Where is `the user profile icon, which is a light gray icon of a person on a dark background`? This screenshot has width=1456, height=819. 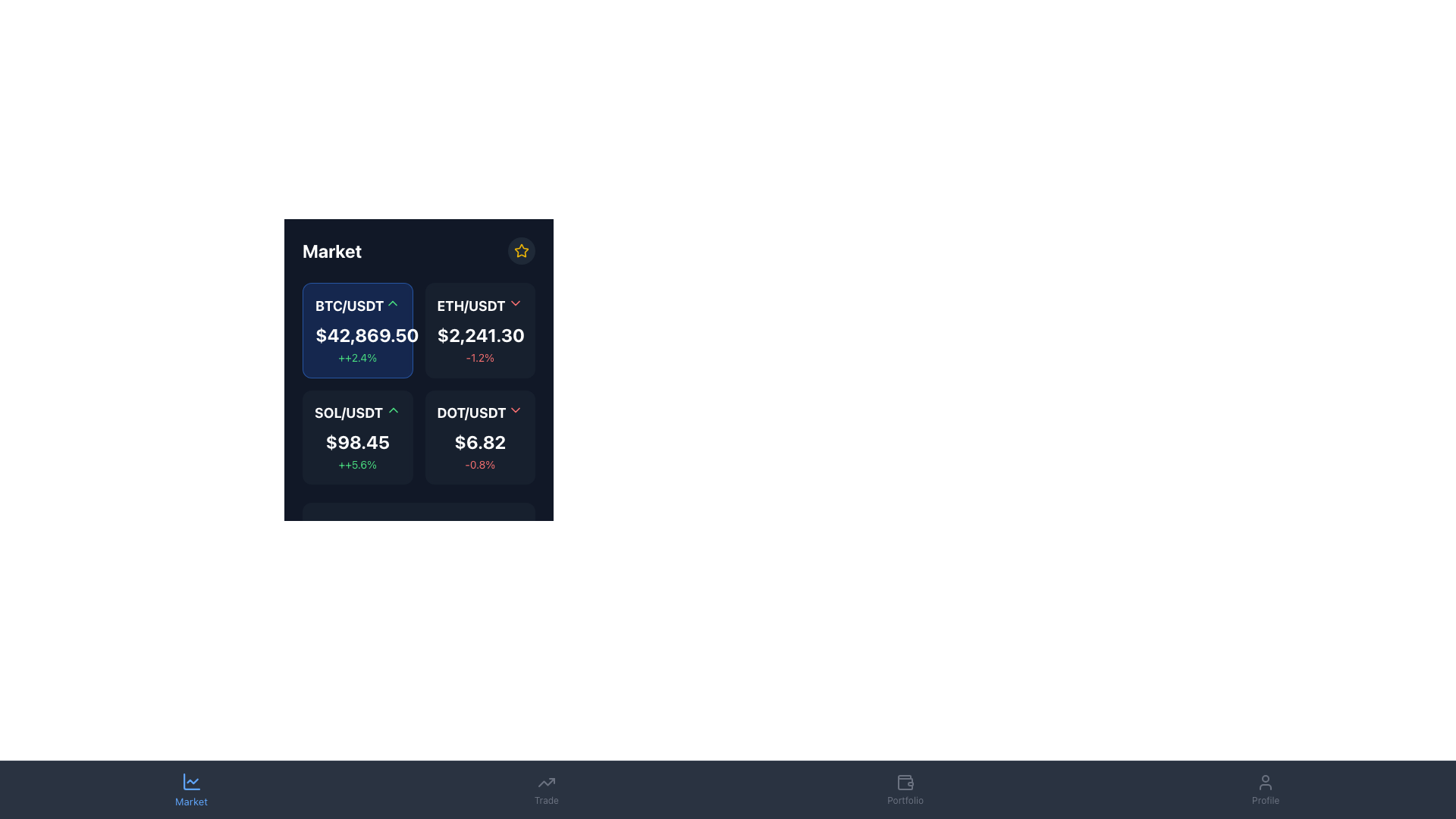 the user profile icon, which is a light gray icon of a person on a dark background is located at coordinates (1266, 783).